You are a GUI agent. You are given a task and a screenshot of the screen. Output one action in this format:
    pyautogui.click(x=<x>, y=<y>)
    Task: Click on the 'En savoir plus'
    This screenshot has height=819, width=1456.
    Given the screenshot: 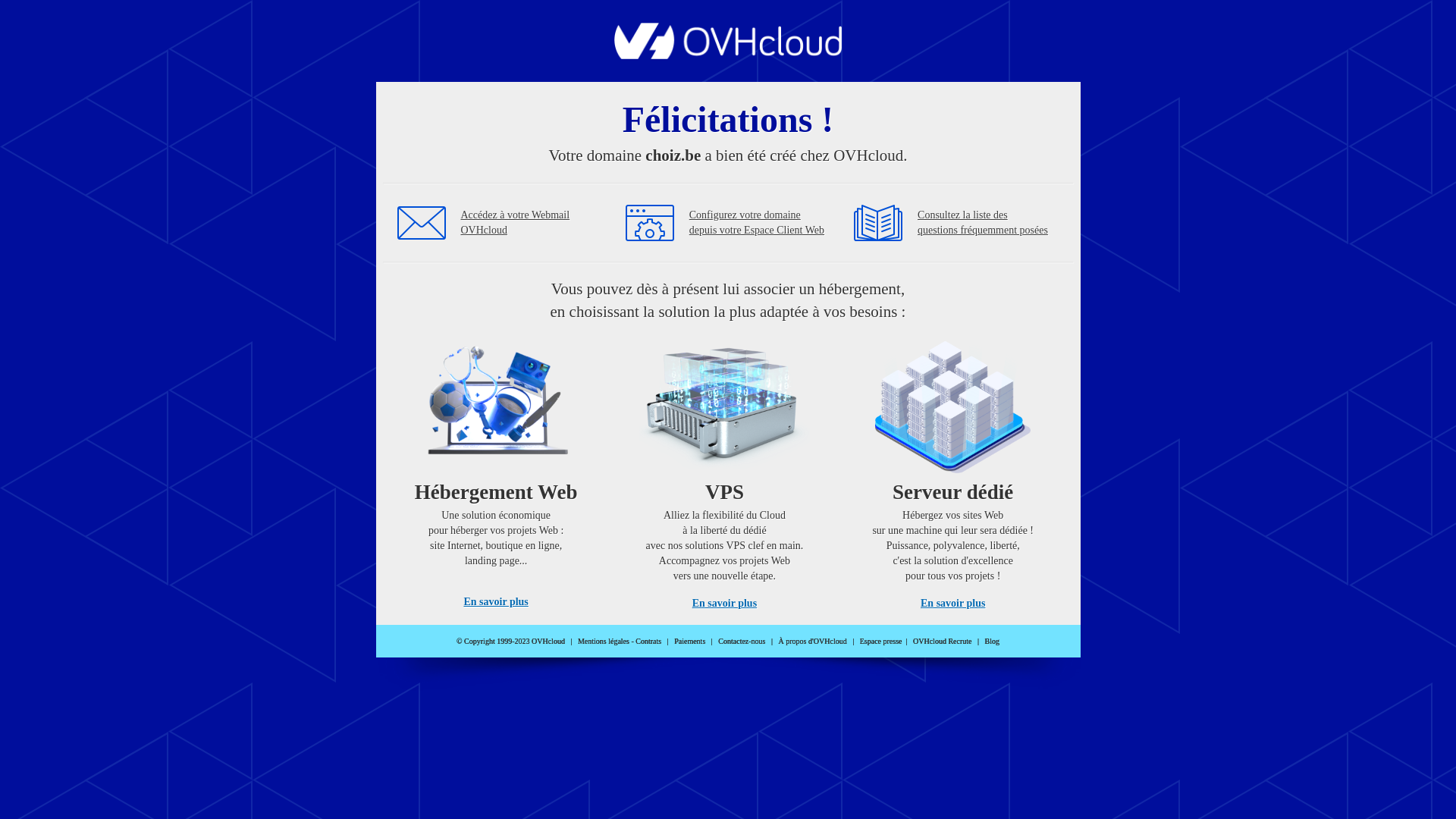 What is the action you would take?
    pyautogui.click(x=952, y=602)
    